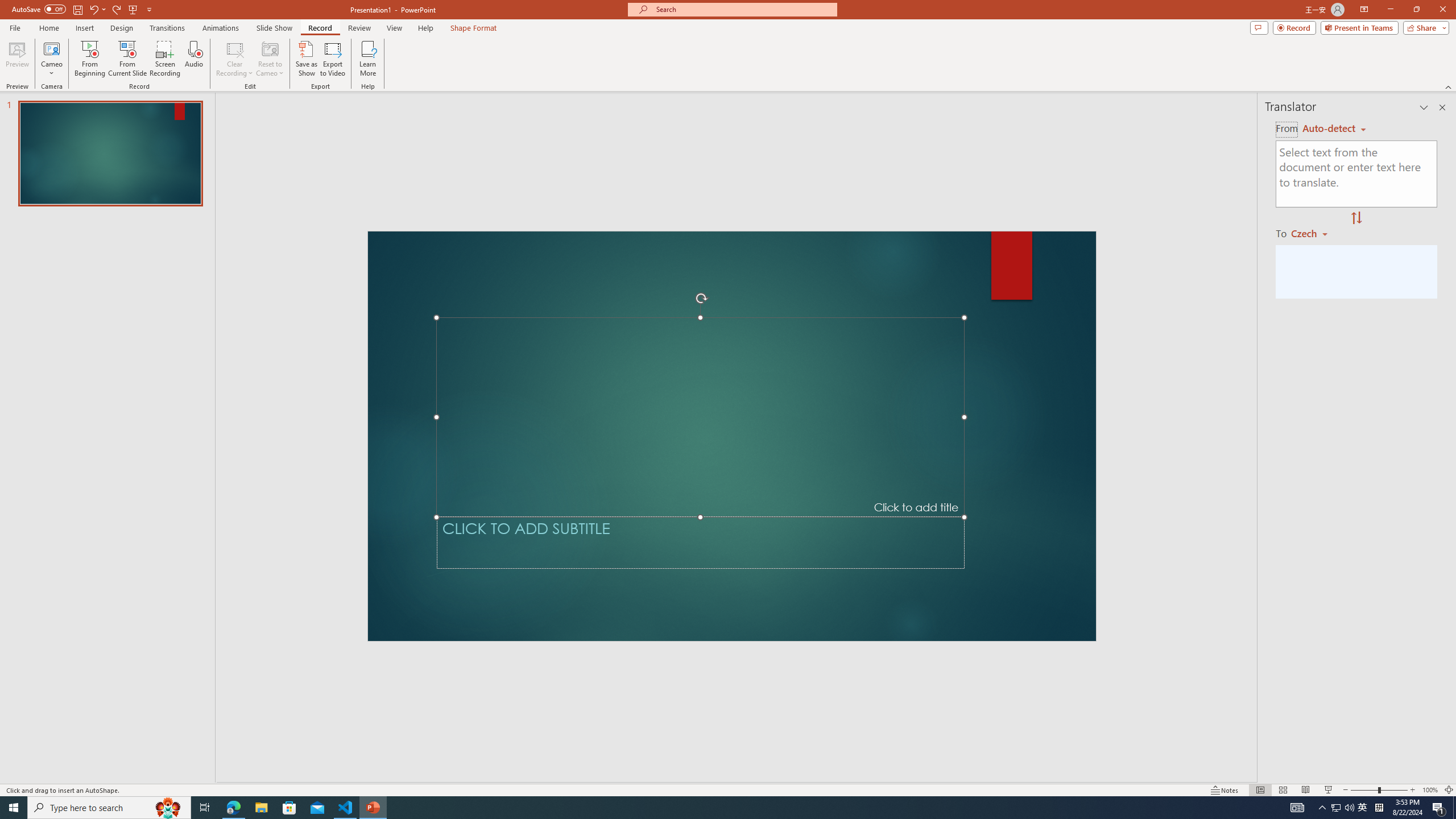  Describe the element at coordinates (117, 9) in the screenshot. I see `'Redo'` at that location.